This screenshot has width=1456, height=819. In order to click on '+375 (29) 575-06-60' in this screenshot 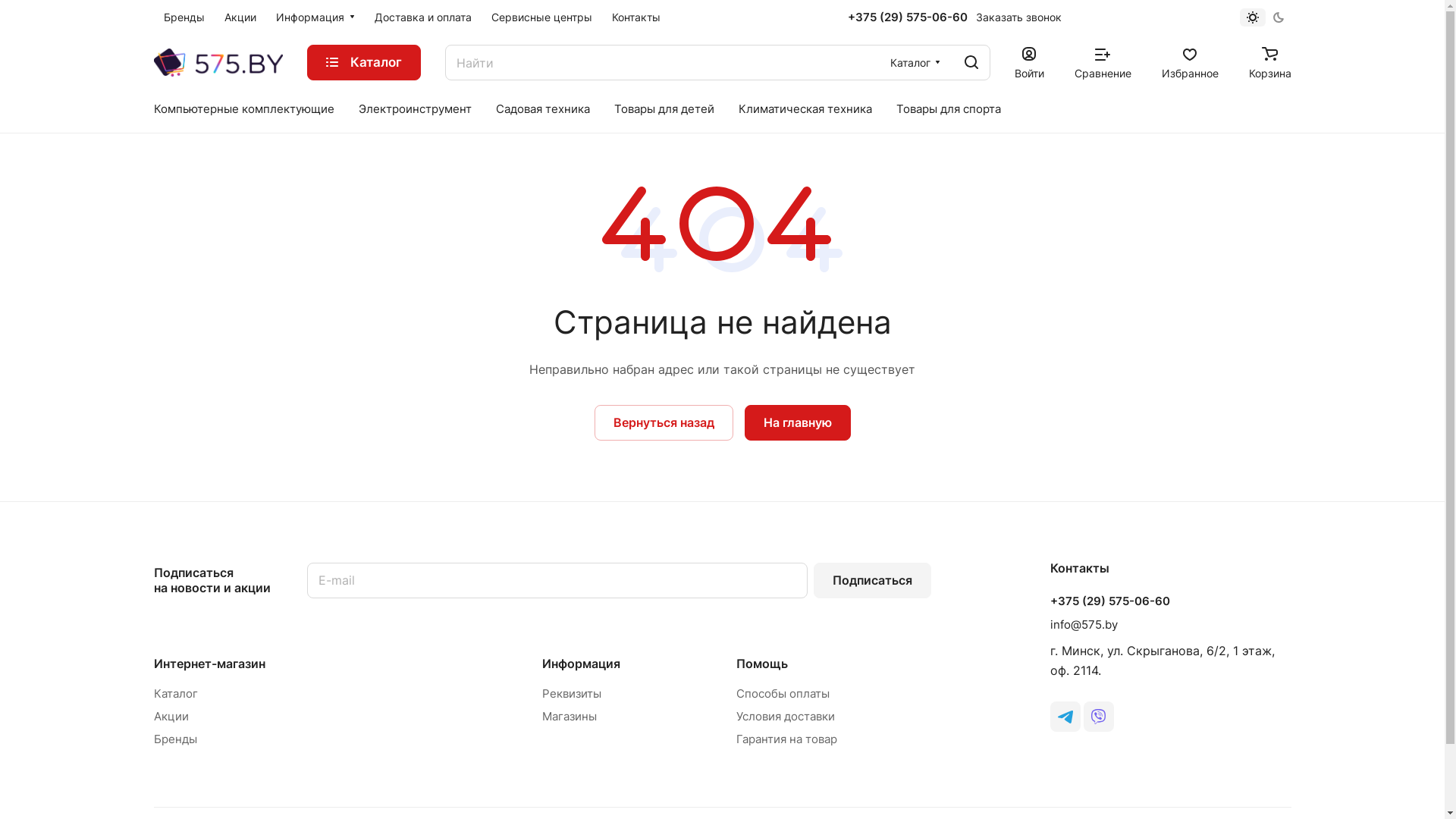, I will do `click(907, 17)`.